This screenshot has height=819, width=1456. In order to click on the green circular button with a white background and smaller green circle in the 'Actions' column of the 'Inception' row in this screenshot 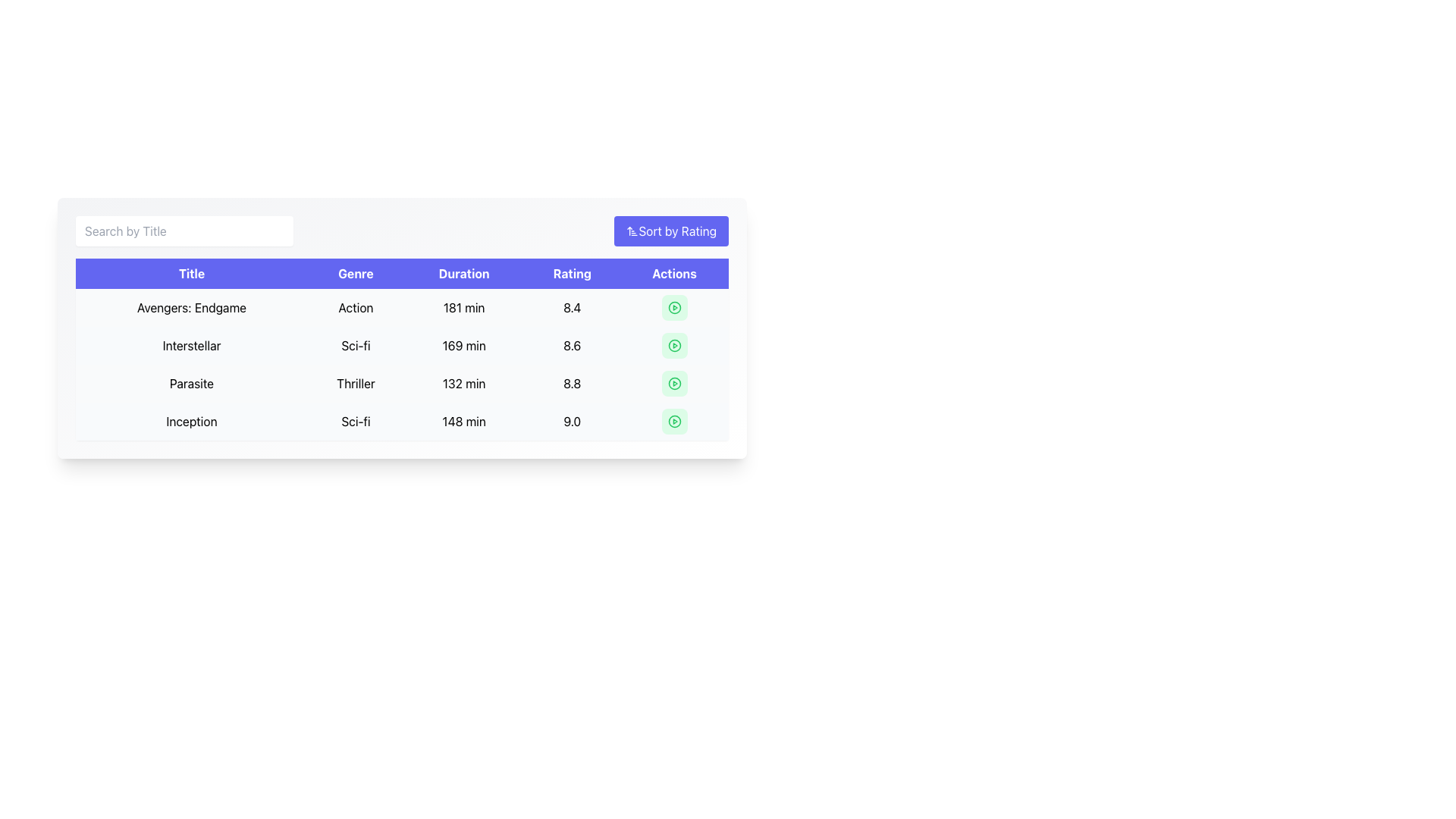, I will do `click(673, 421)`.